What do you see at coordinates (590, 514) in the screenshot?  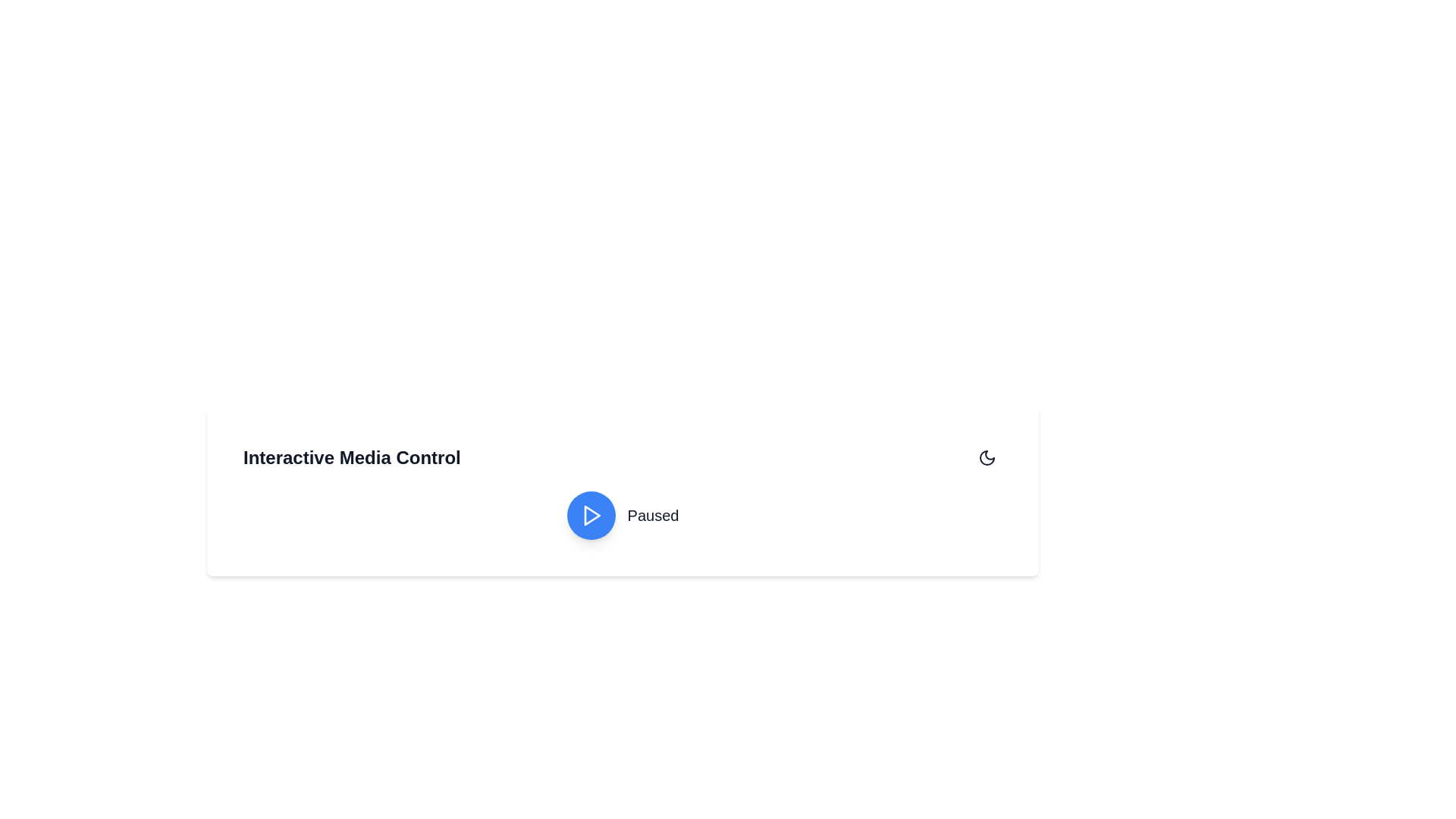 I see `the circular play button located as the first interactive element in the media interface` at bounding box center [590, 514].